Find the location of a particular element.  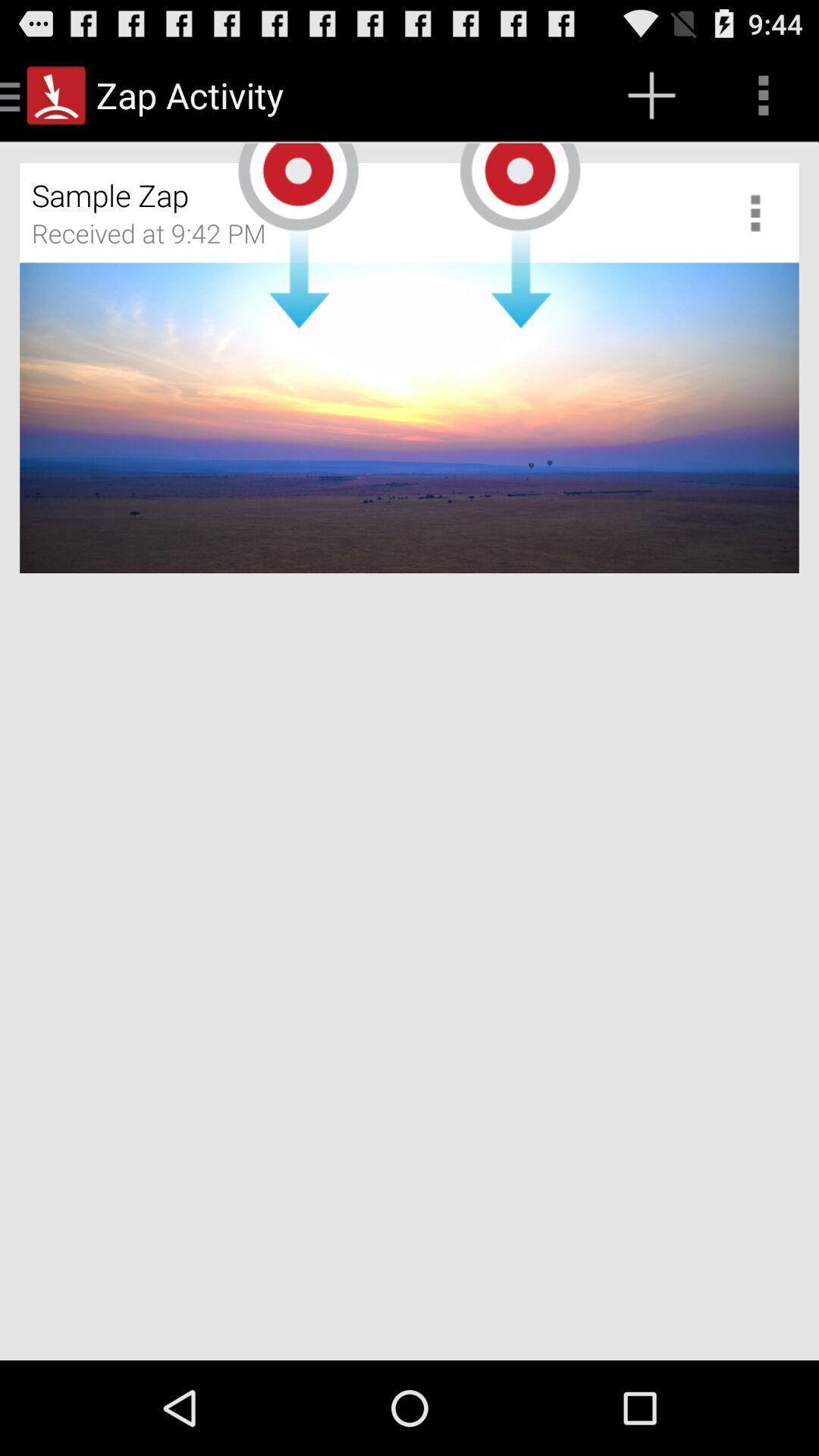

icon to the right of sample zap item is located at coordinates (761, 212).